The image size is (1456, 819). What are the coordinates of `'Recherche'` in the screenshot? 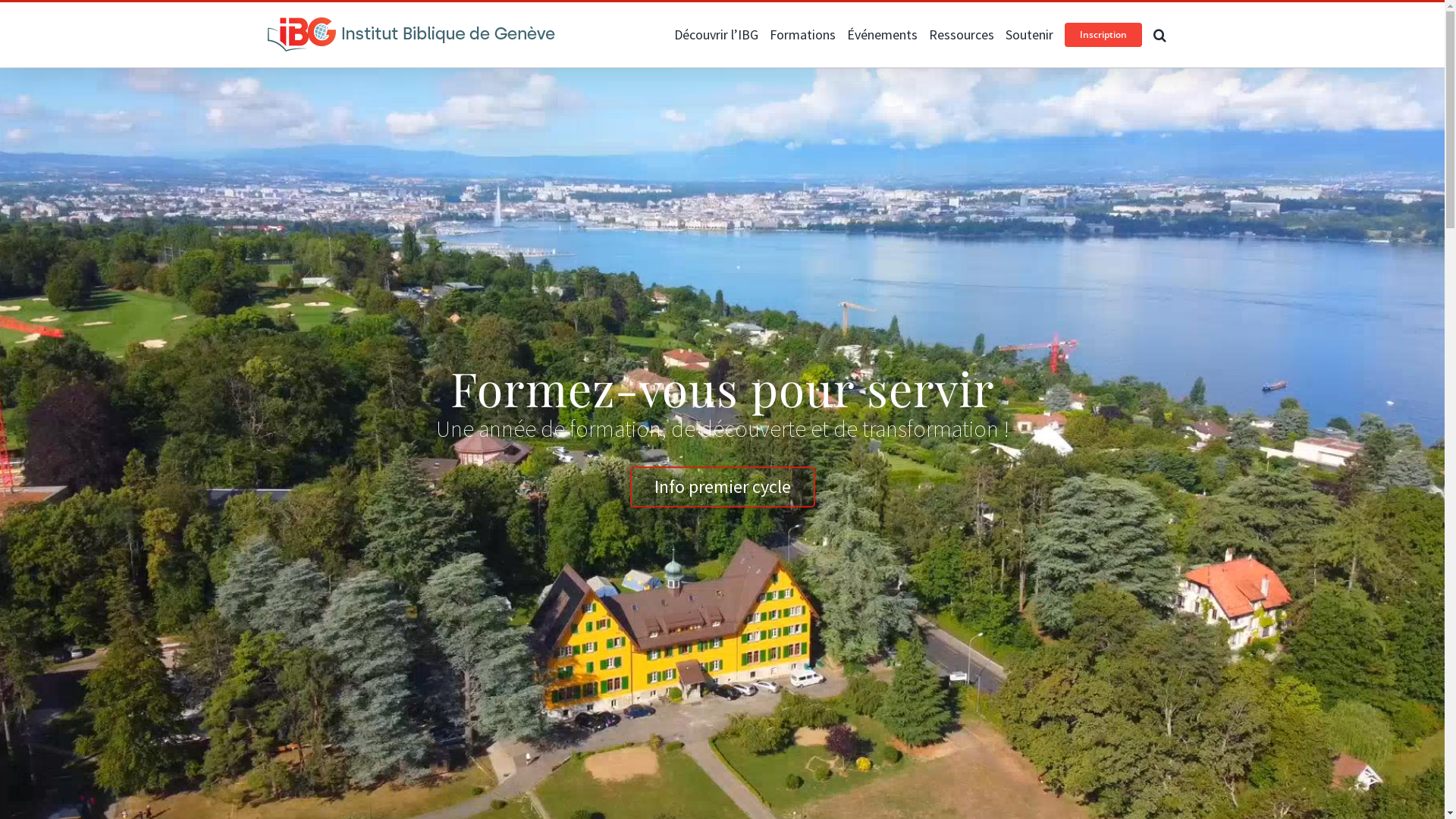 It's located at (1158, 34).